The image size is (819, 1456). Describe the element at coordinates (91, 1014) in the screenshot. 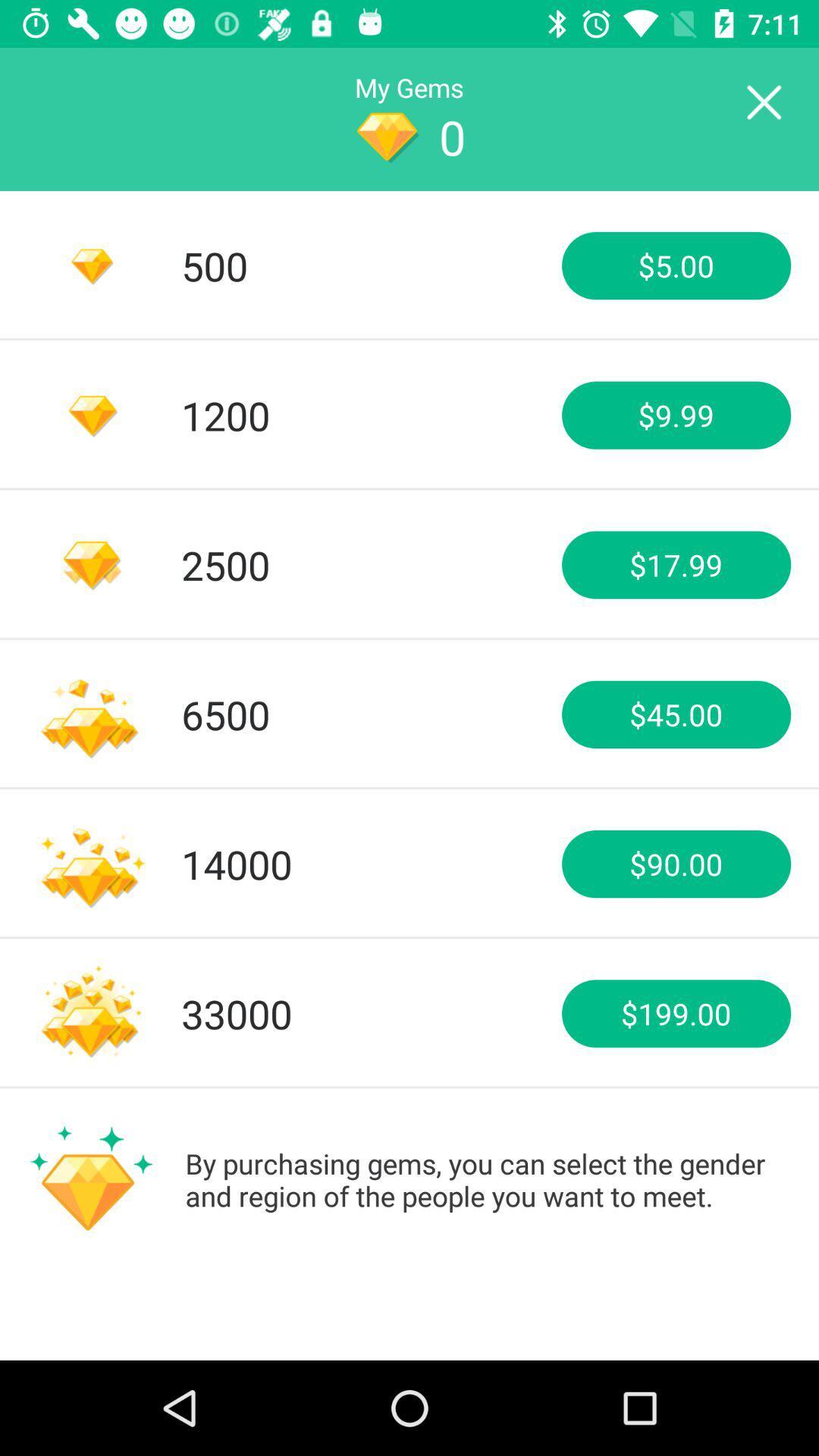

I see `image left to 33000` at that location.